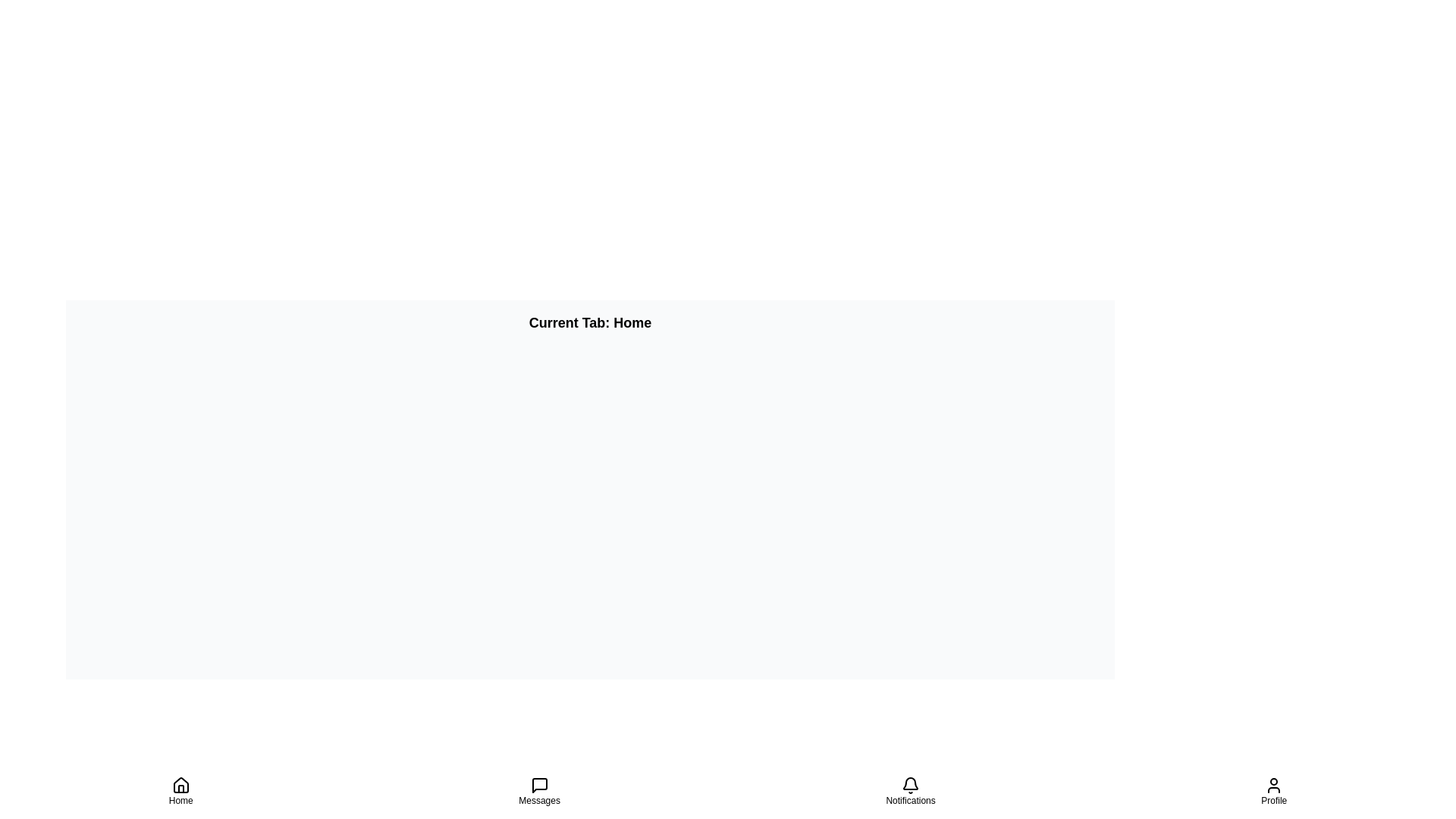  Describe the element at coordinates (539, 785) in the screenshot. I see `the Icon segment of the 'Messages' icon in the navigation bar, which is a decorative part of the graphical icon, positioned above the 'Messages' label` at that location.